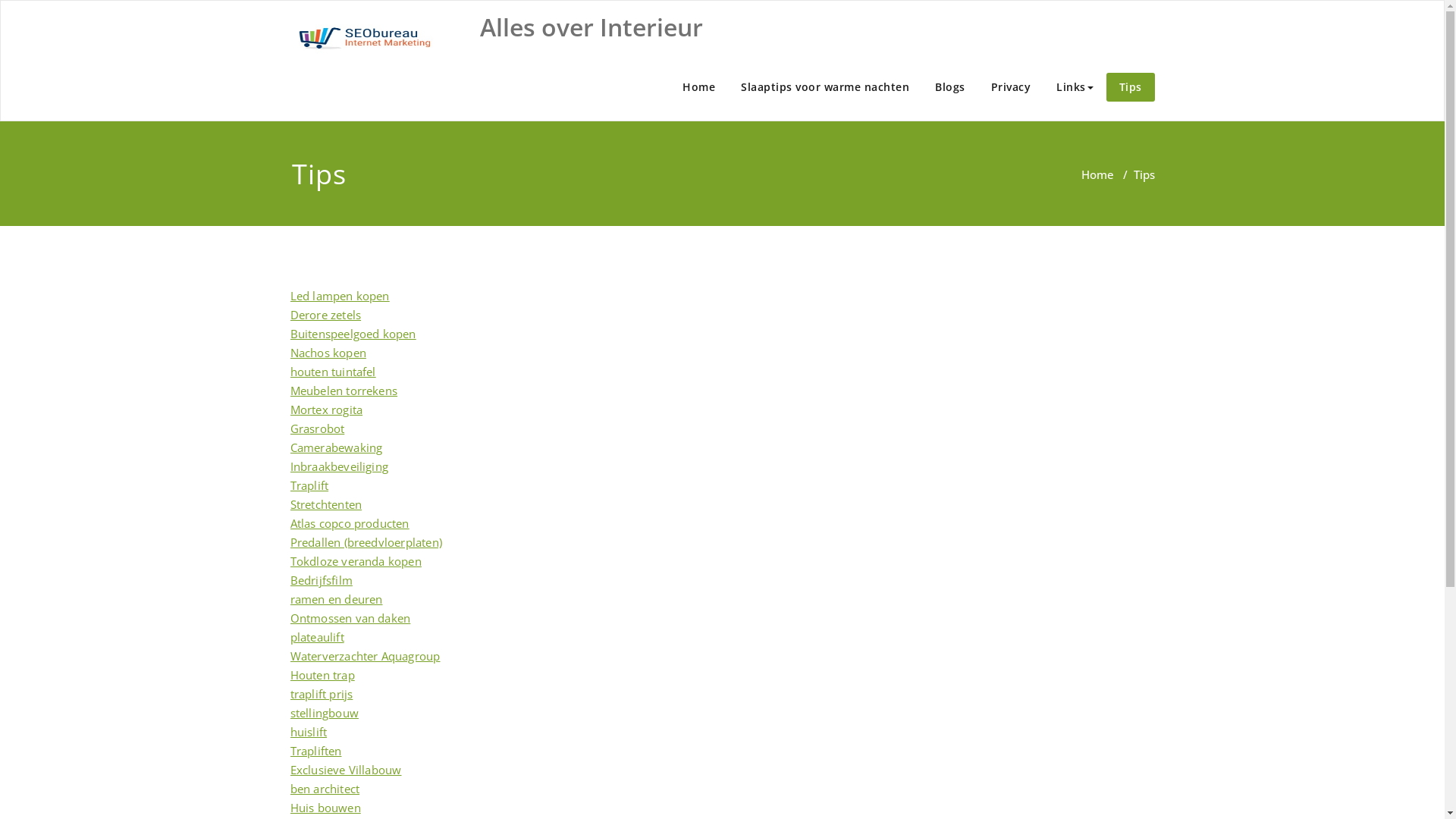  I want to click on 'Ontmossen van daken', so click(349, 617).